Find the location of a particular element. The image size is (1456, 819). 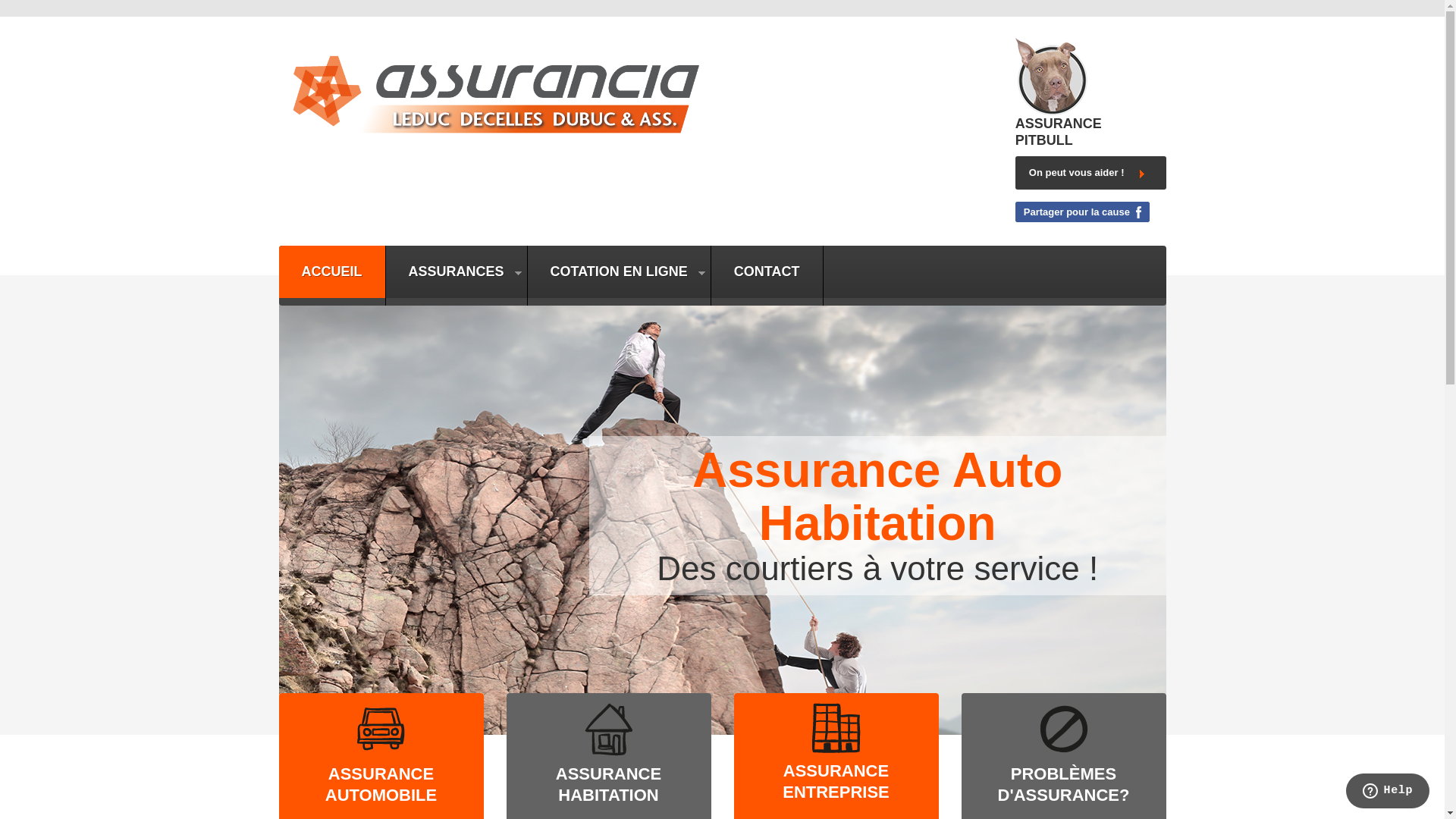

'On peut vous aider !' is located at coordinates (1015, 171).